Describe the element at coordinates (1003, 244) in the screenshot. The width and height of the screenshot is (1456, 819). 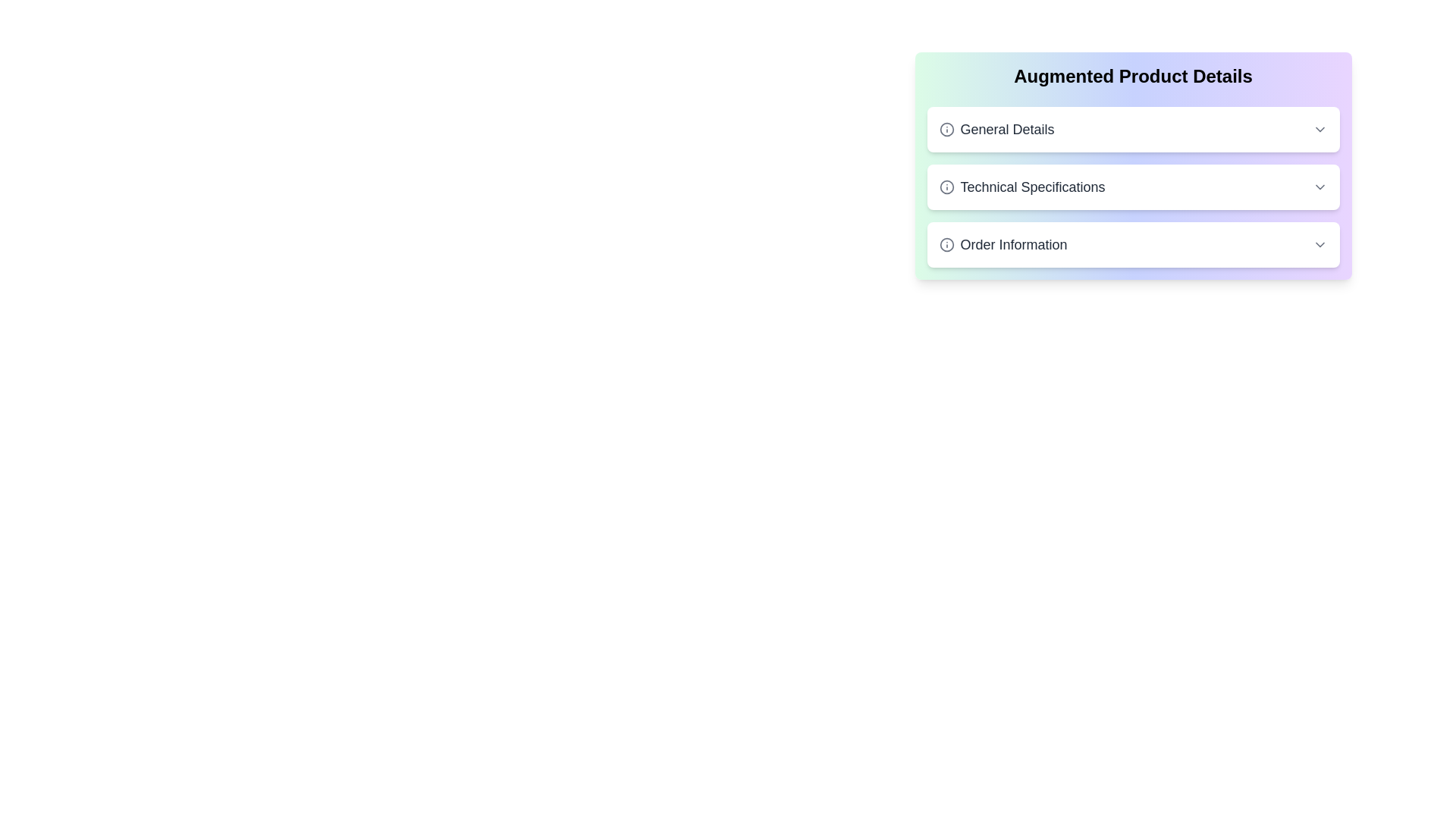
I see `the text label for 'Order Information' located under the 'Augmented Product Details' header, which is the third item in a vertically stacked list of sections` at that location.